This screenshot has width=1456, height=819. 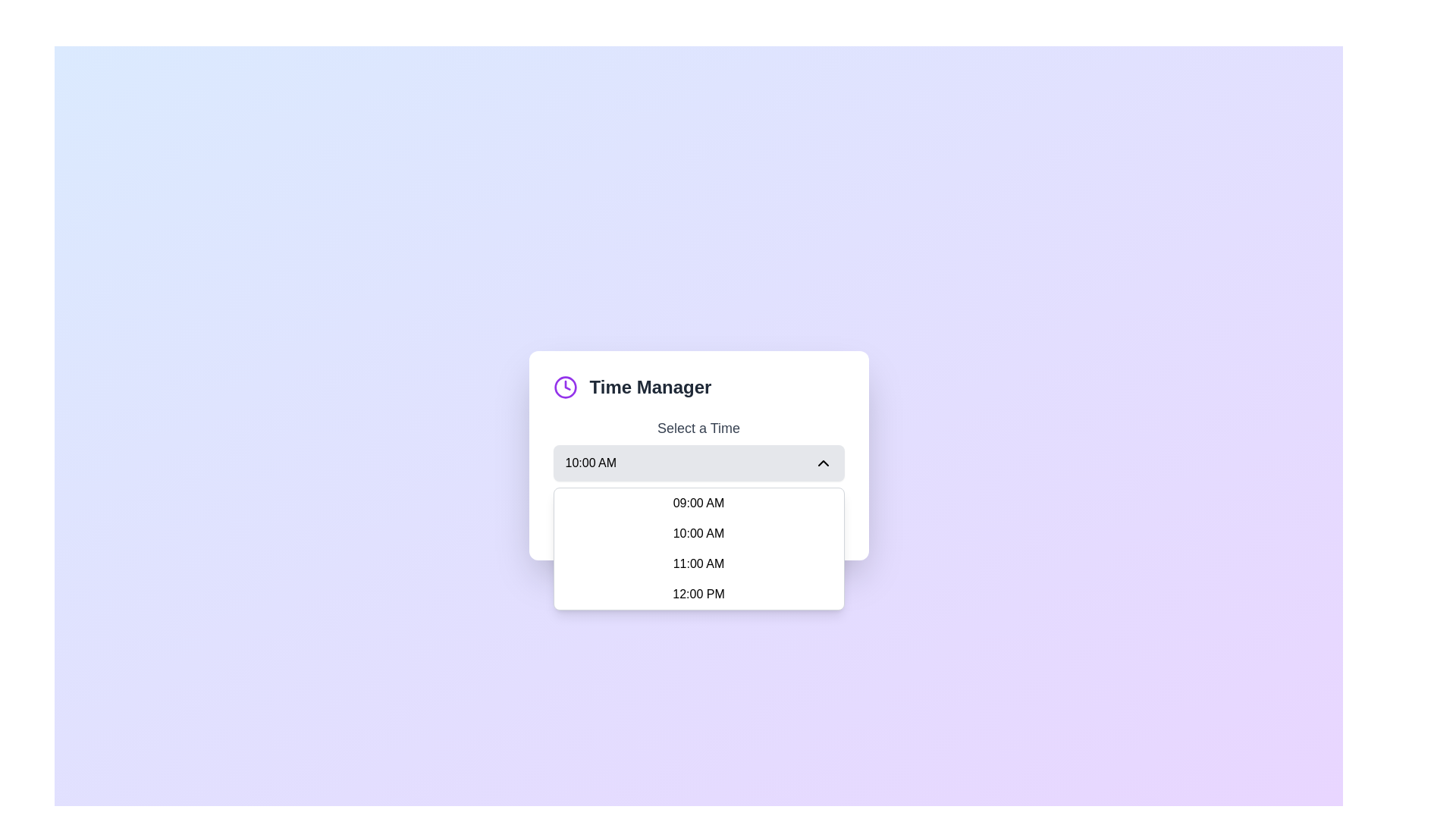 What do you see at coordinates (564, 386) in the screenshot?
I see `the clock icon located at the leftmost position in the header section of the card containing the 'Time Manager' title to interact with its time management functionality` at bounding box center [564, 386].